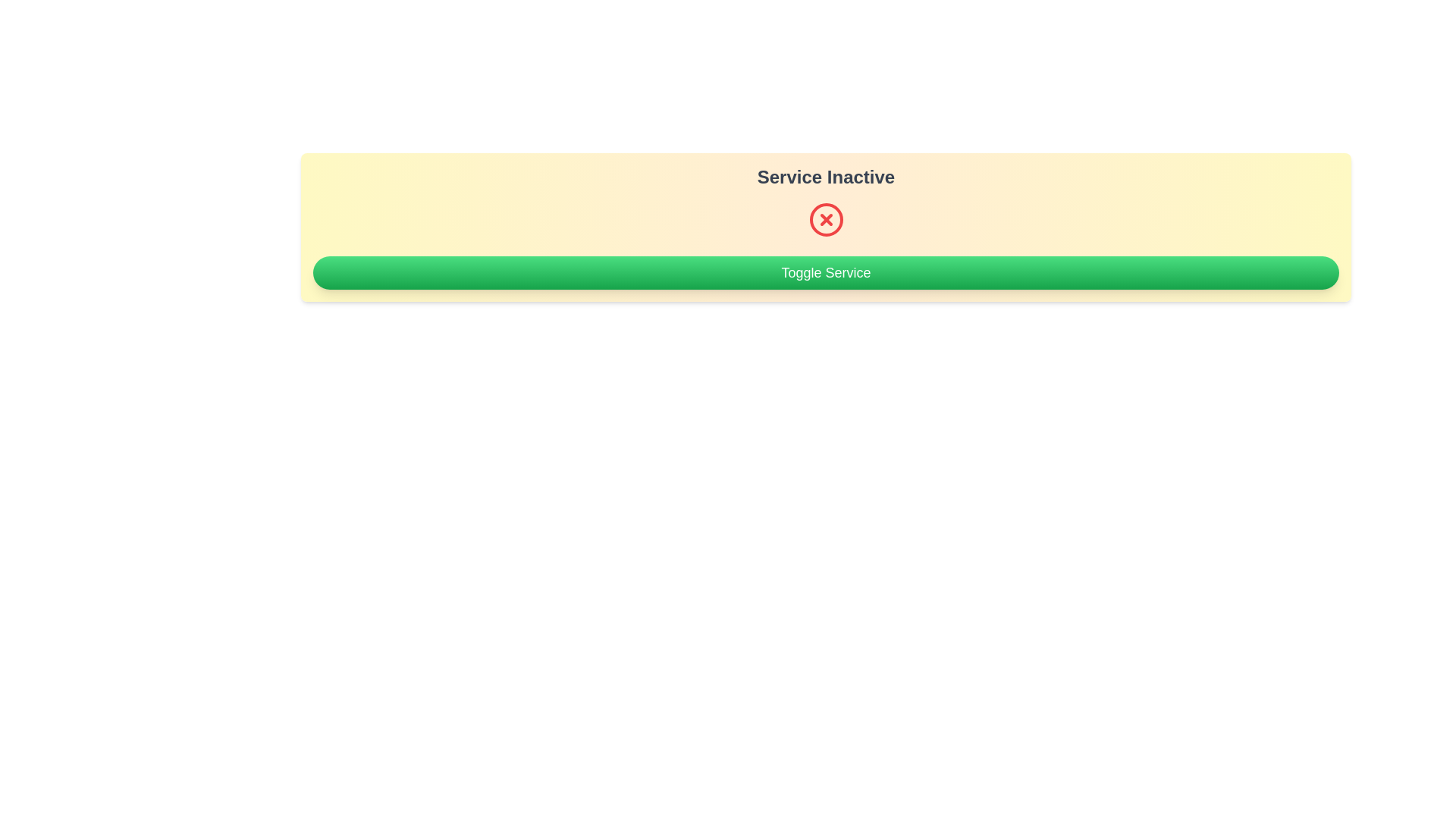  Describe the element at coordinates (825, 271) in the screenshot. I see `the toggle button located below the 'Service Inactive' header and a red cross icon for interaction` at that location.